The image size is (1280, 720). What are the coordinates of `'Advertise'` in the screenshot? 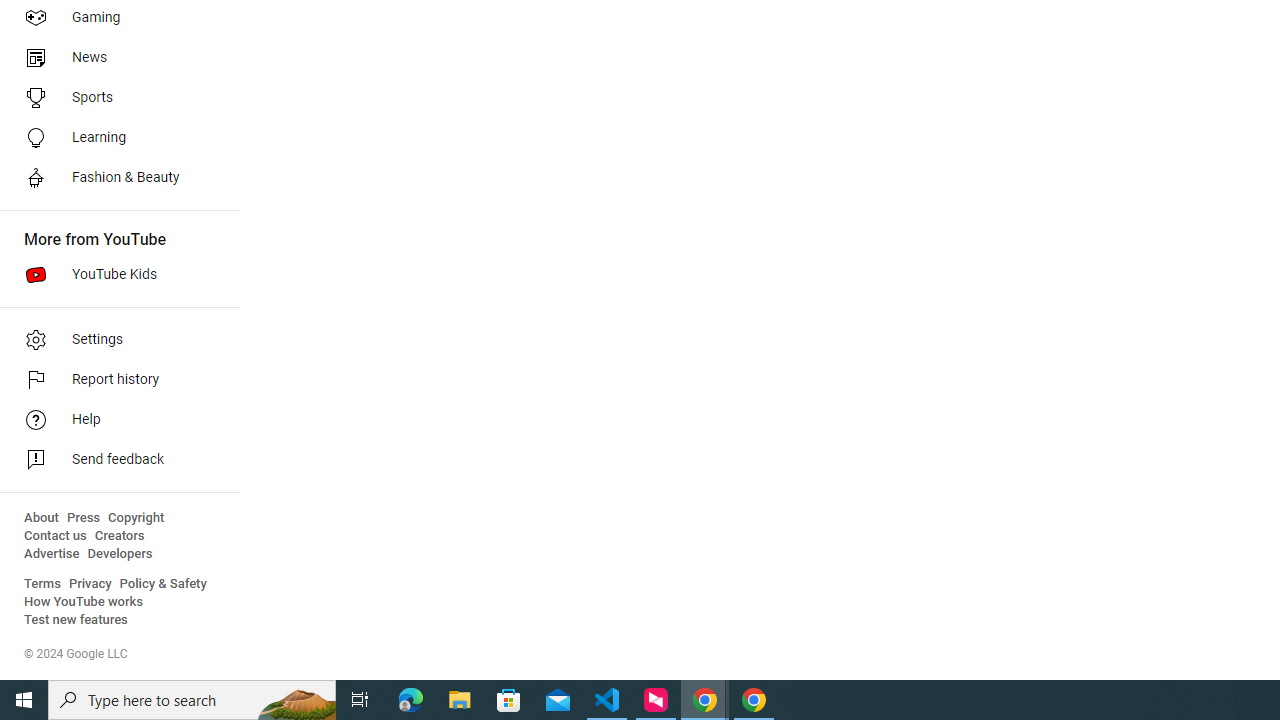 It's located at (51, 554).